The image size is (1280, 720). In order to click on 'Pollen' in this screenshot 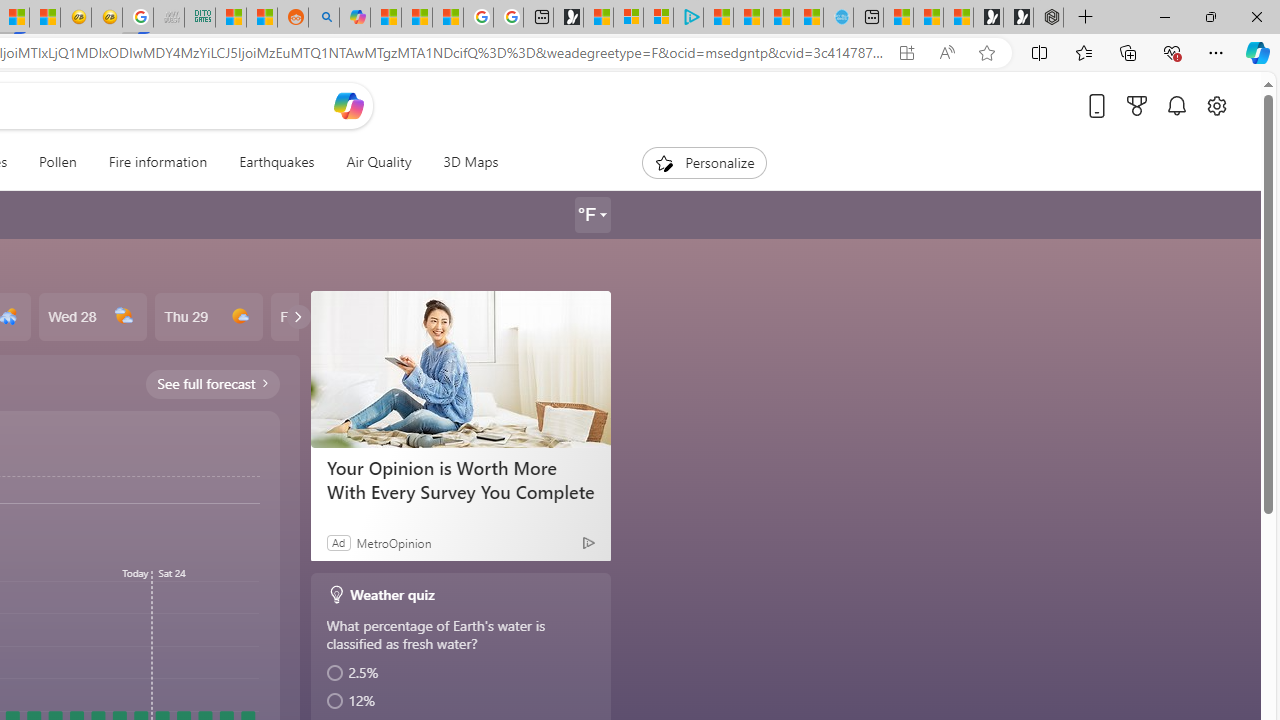, I will do `click(57, 162)`.